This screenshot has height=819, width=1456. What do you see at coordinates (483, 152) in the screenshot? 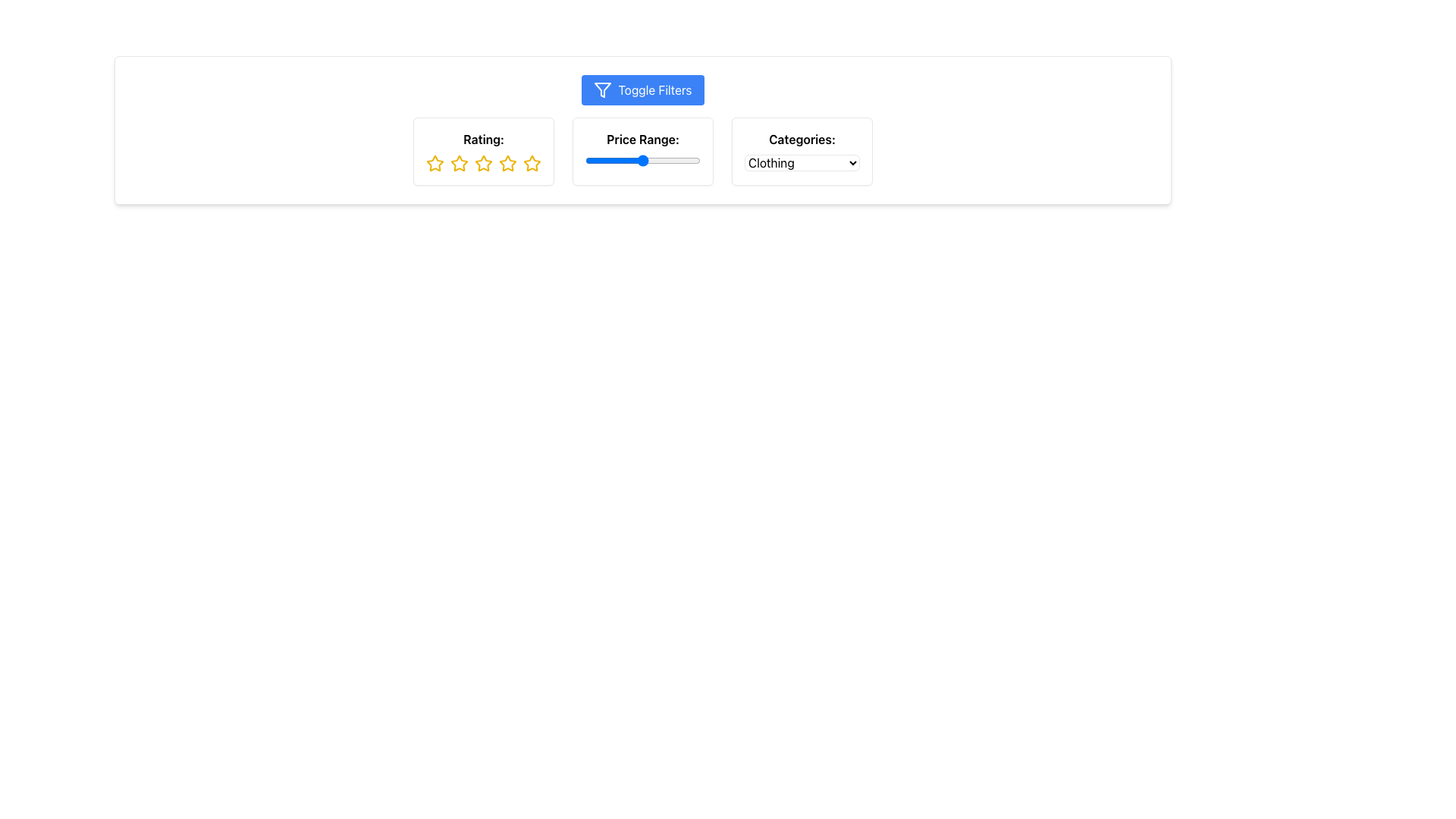
I see `one of the yellow outlined stars in the interactive rating widget` at bounding box center [483, 152].